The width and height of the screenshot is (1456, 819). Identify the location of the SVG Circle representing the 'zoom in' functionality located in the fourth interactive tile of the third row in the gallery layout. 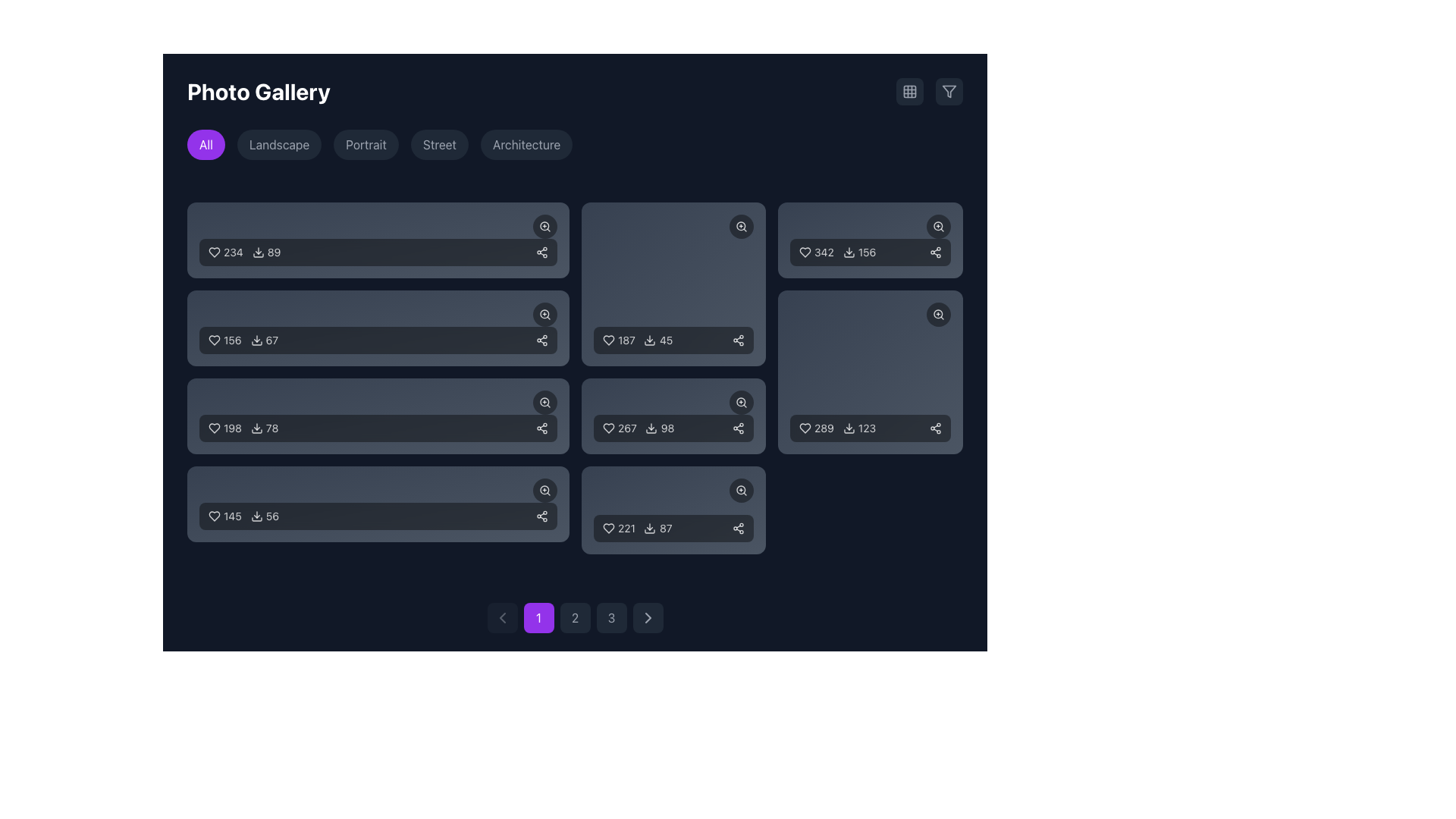
(741, 401).